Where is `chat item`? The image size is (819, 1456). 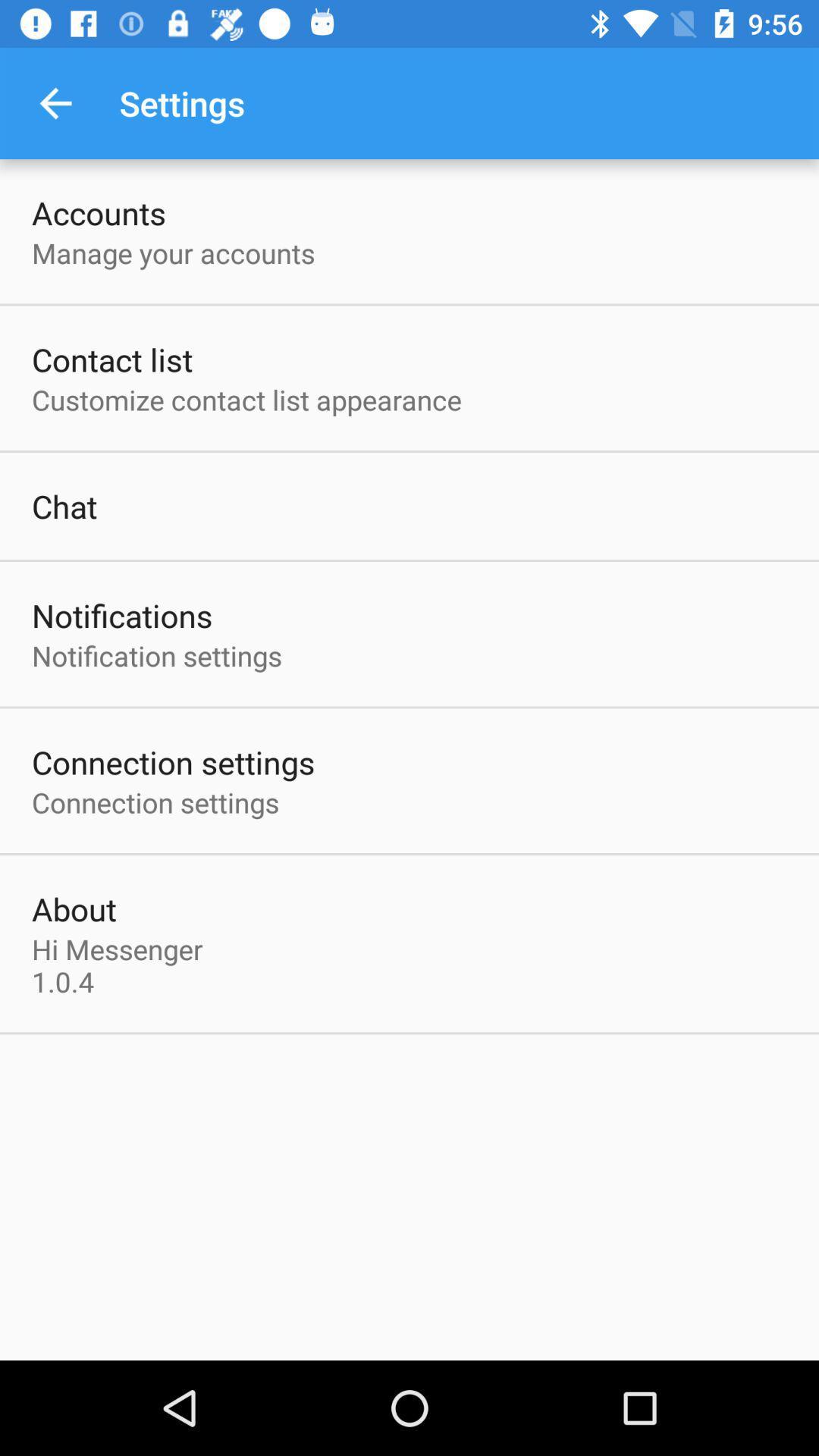 chat item is located at coordinates (64, 506).